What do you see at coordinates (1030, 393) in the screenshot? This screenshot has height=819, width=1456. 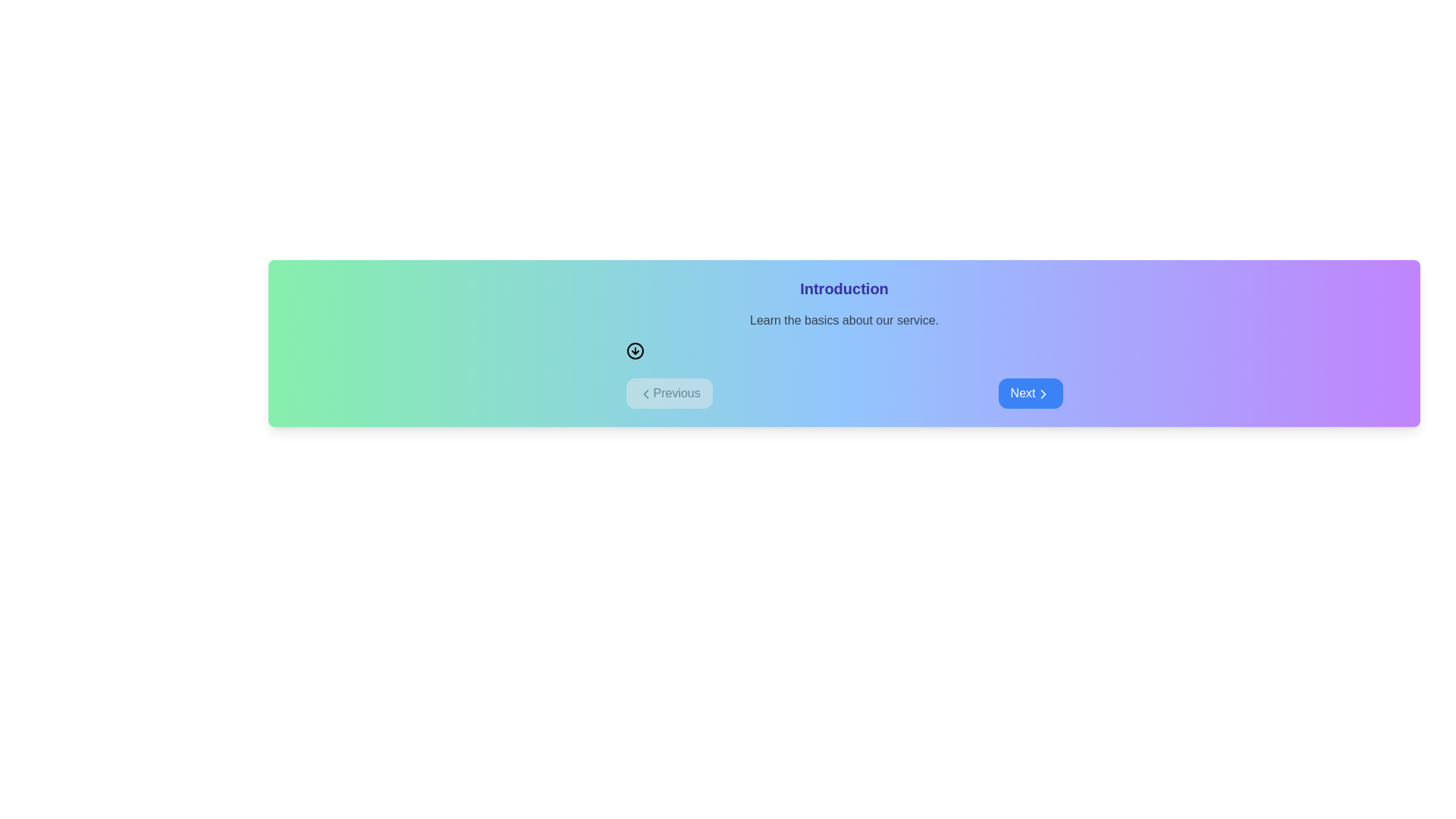 I see `the 'Next' button with a blue background and white text` at bounding box center [1030, 393].